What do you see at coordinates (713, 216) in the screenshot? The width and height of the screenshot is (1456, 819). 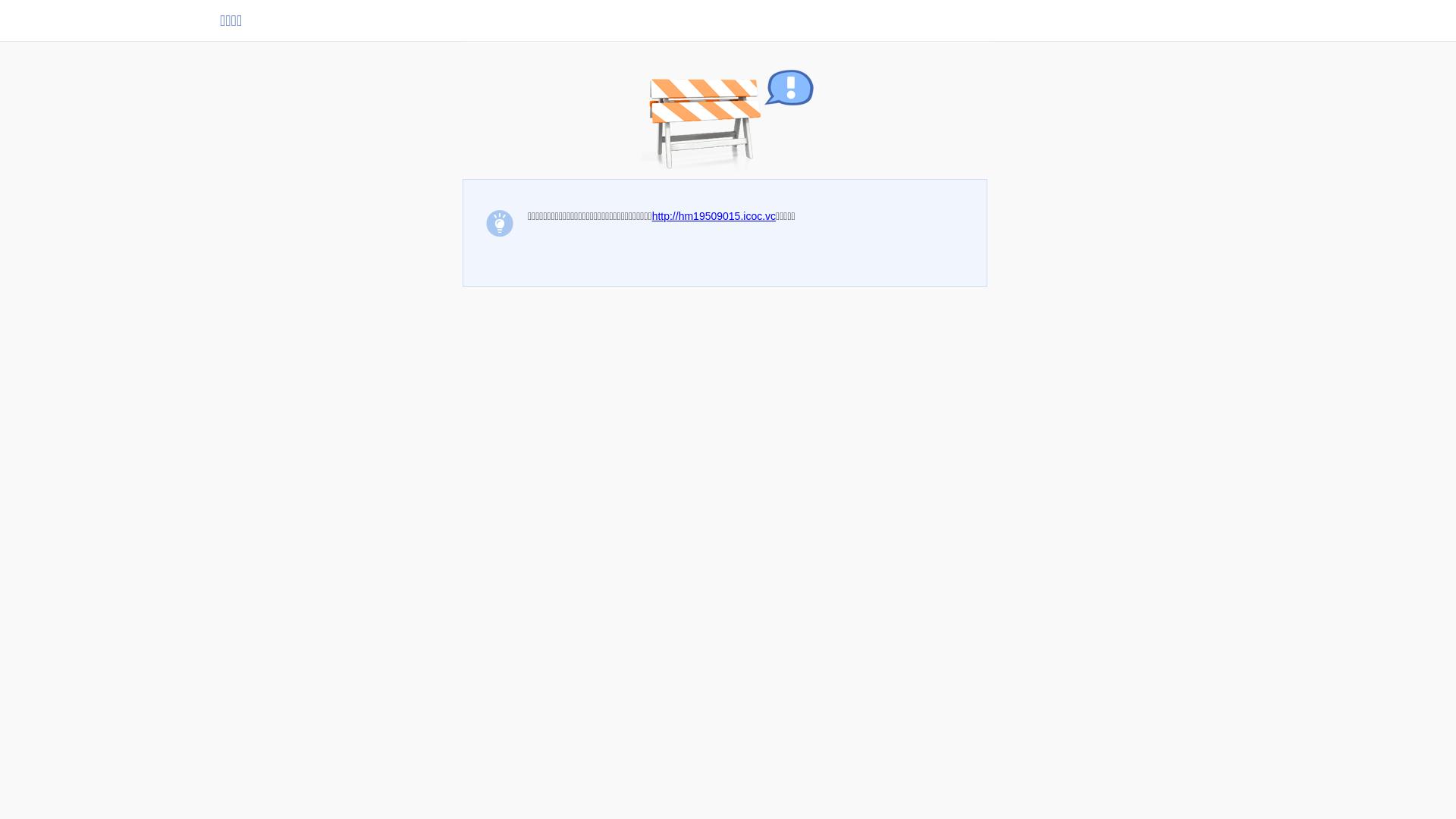 I see `'http://hm19509015.icoc.vc'` at bounding box center [713, 216].